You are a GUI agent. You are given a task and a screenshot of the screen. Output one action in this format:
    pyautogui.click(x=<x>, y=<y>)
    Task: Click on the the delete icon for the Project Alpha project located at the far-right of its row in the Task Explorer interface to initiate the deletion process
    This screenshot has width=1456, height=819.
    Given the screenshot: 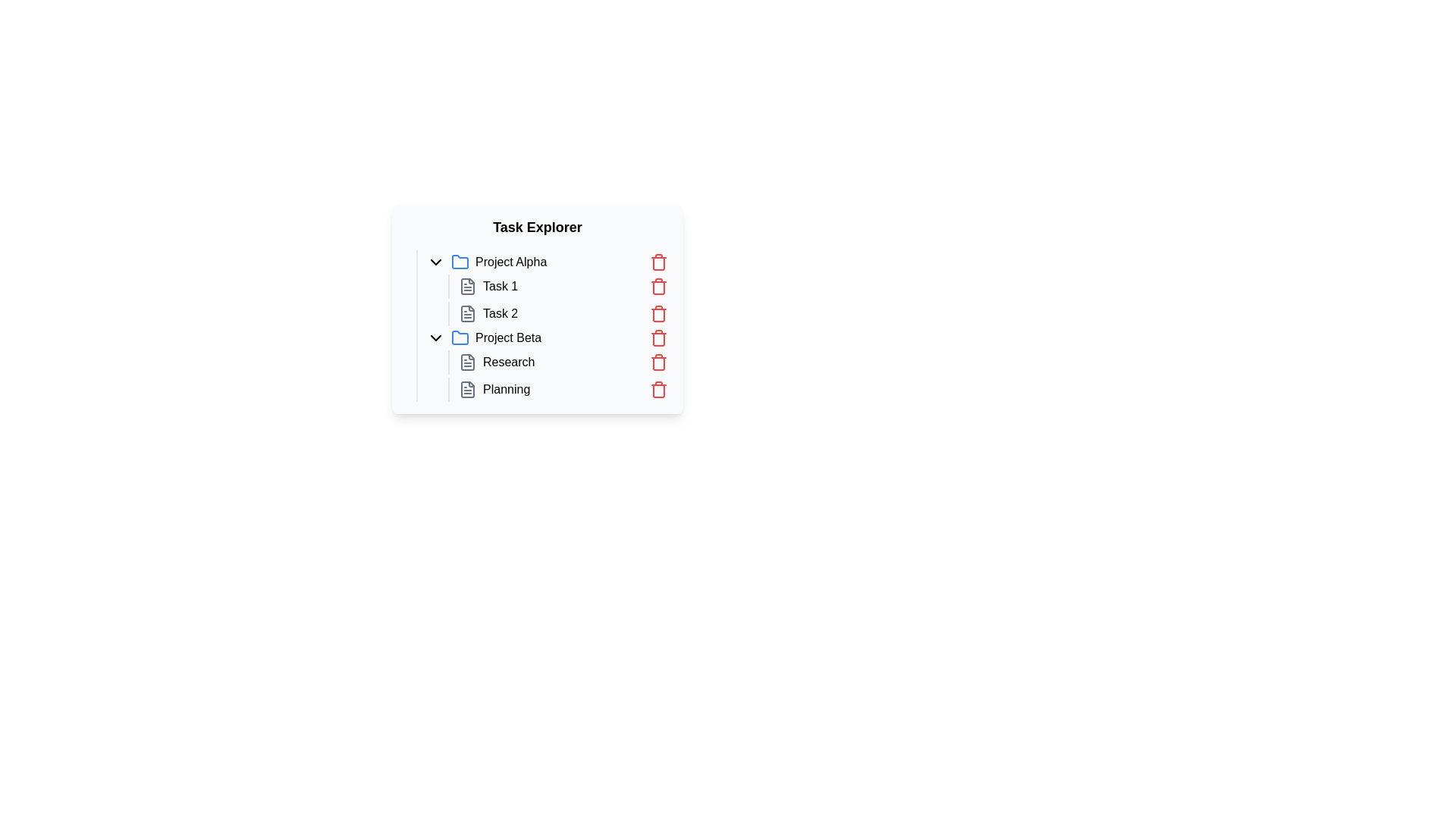 What is the action you would take?
    pyautogui.click(x=658, y=262)
    